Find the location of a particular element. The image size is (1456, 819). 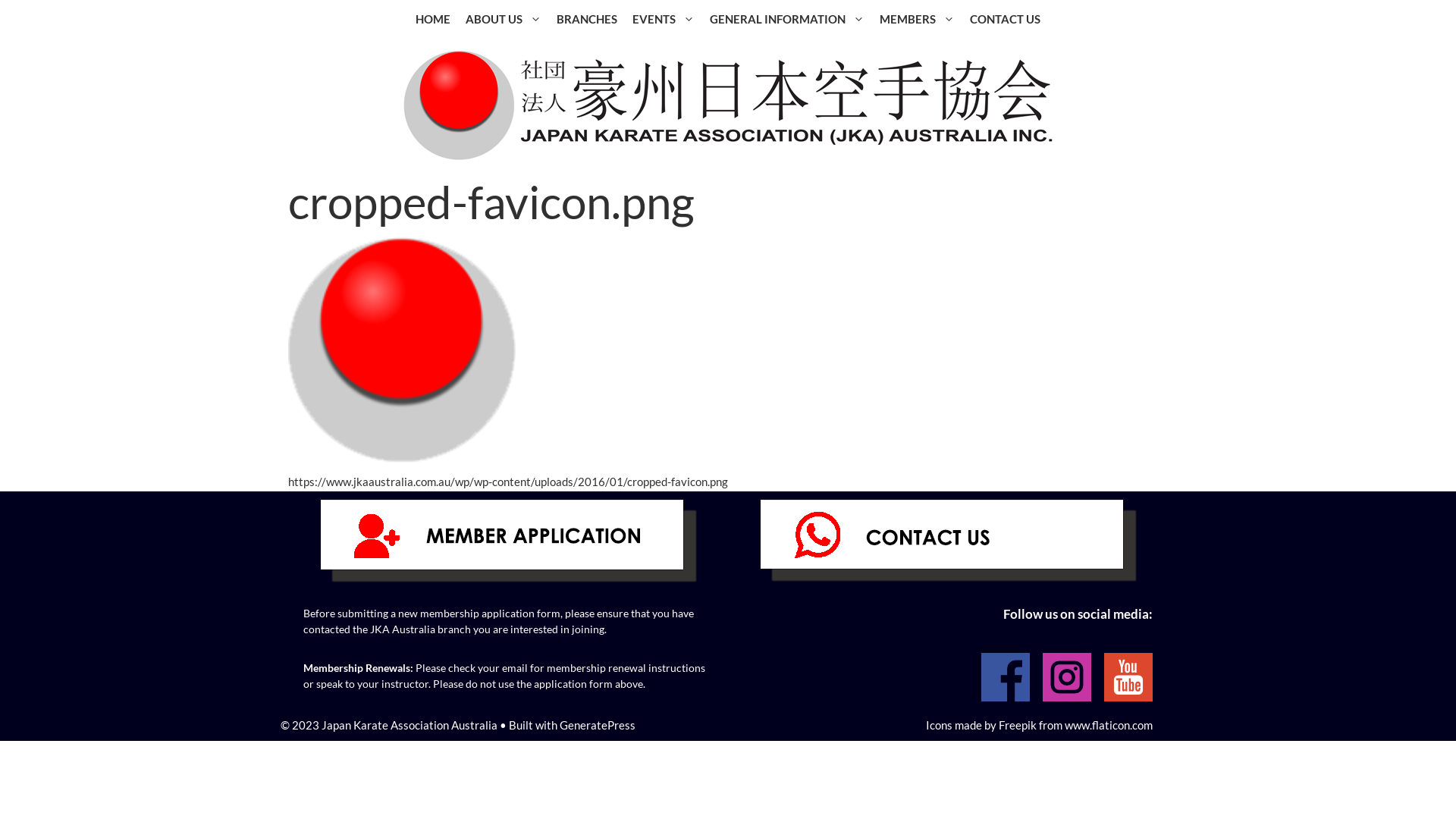

'ABOUT US' is located at coordinates (503, 18).